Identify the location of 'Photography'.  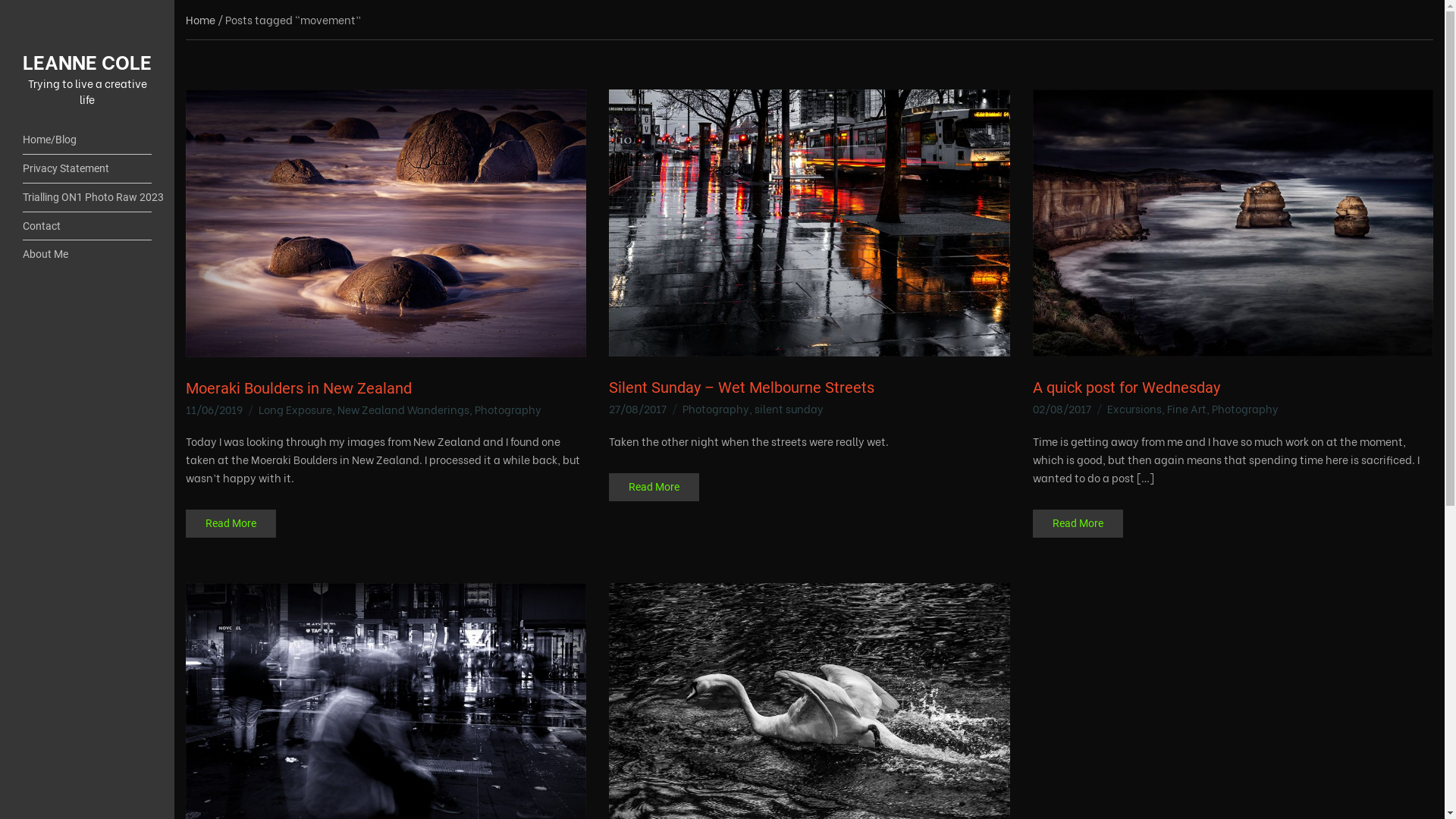
(715, 407).